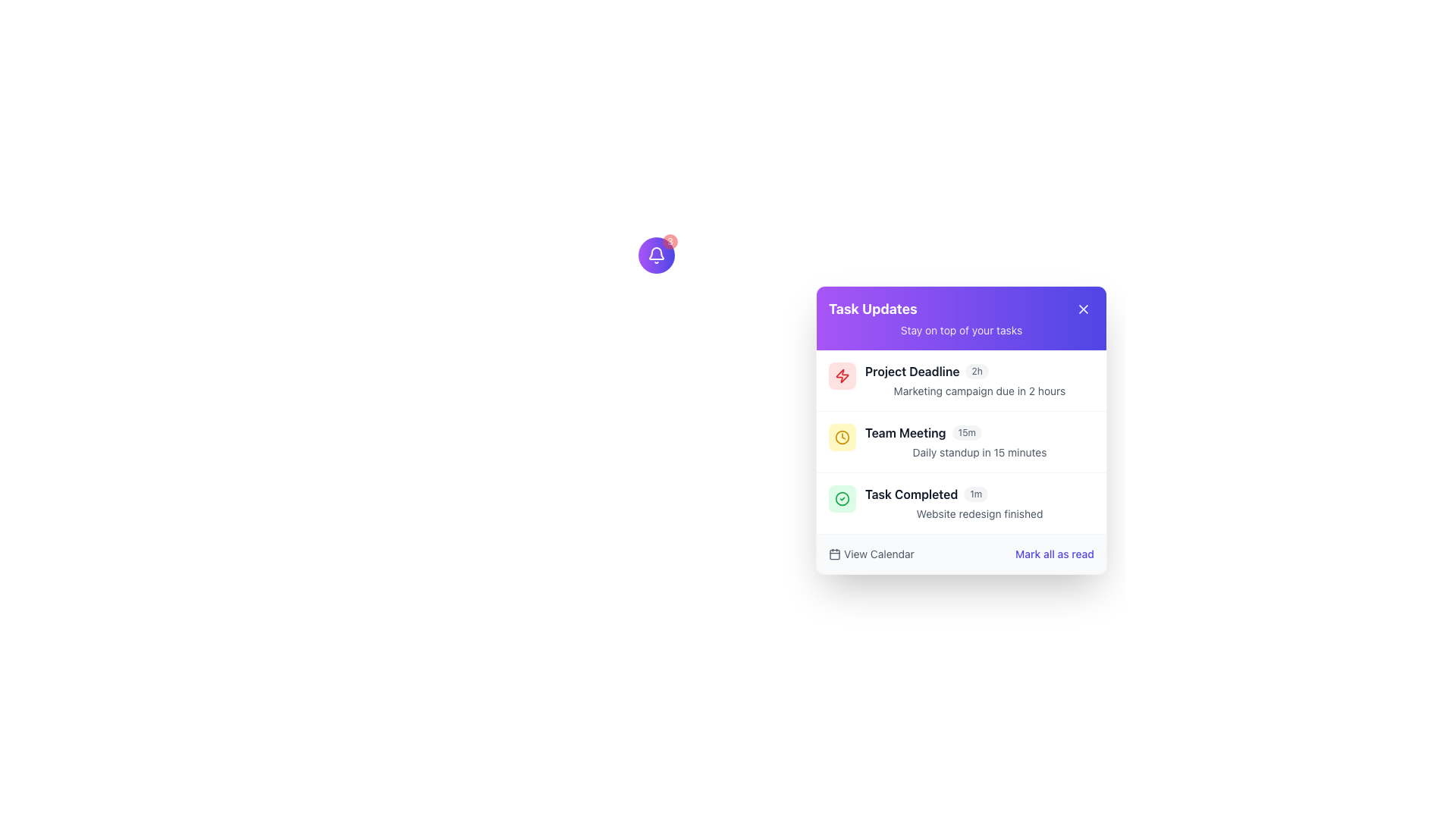  Describe the element at coordinates (960, 503) in the screenshot. I see `the third task entry in the task list labeled 'Task Completed' to view its details` at that location.